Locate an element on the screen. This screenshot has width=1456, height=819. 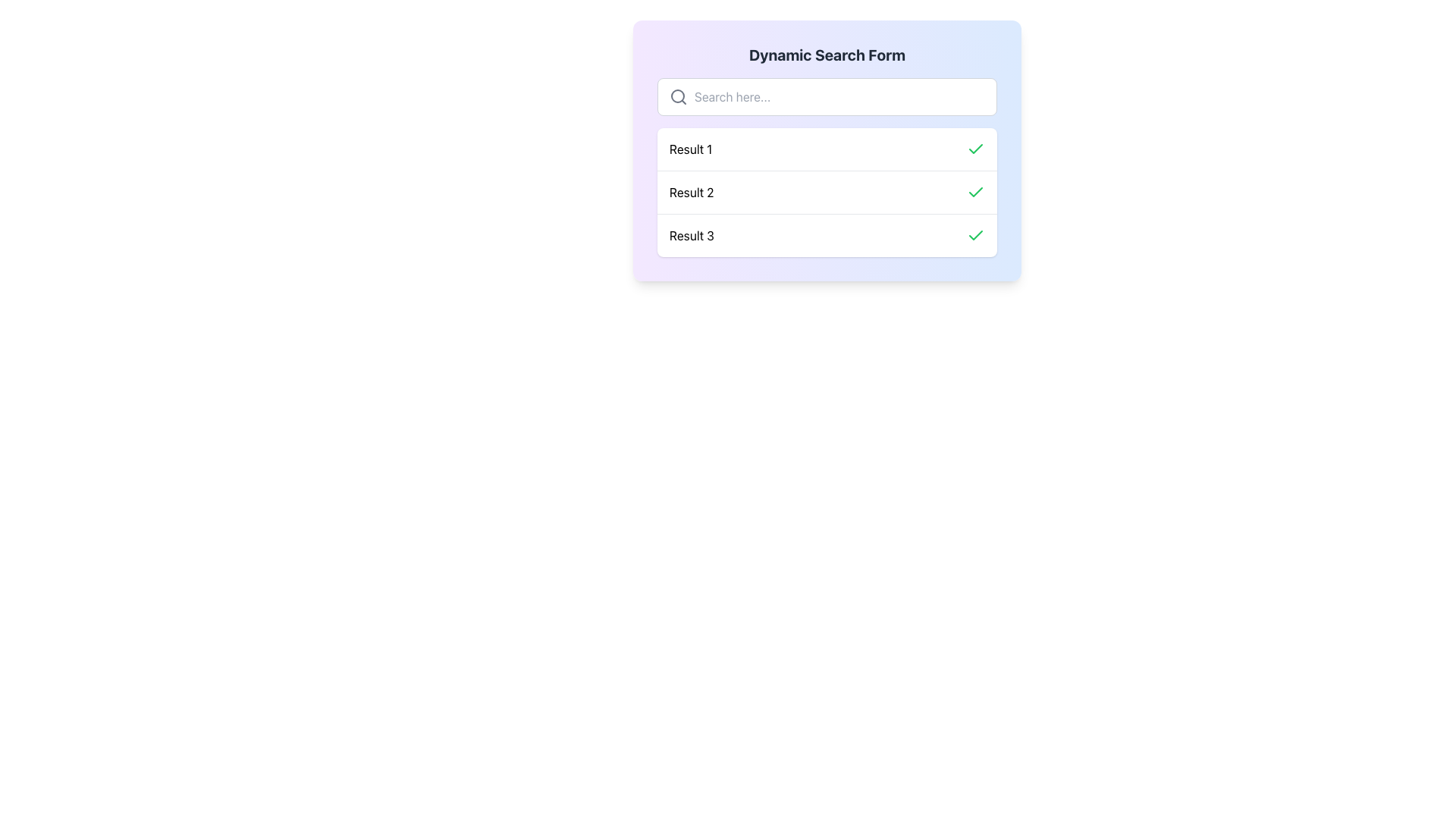
the text label displaying 'Result 1' in the first row of the search result list under 'Dynamic Search Form' is located at coordinates (690, 149).